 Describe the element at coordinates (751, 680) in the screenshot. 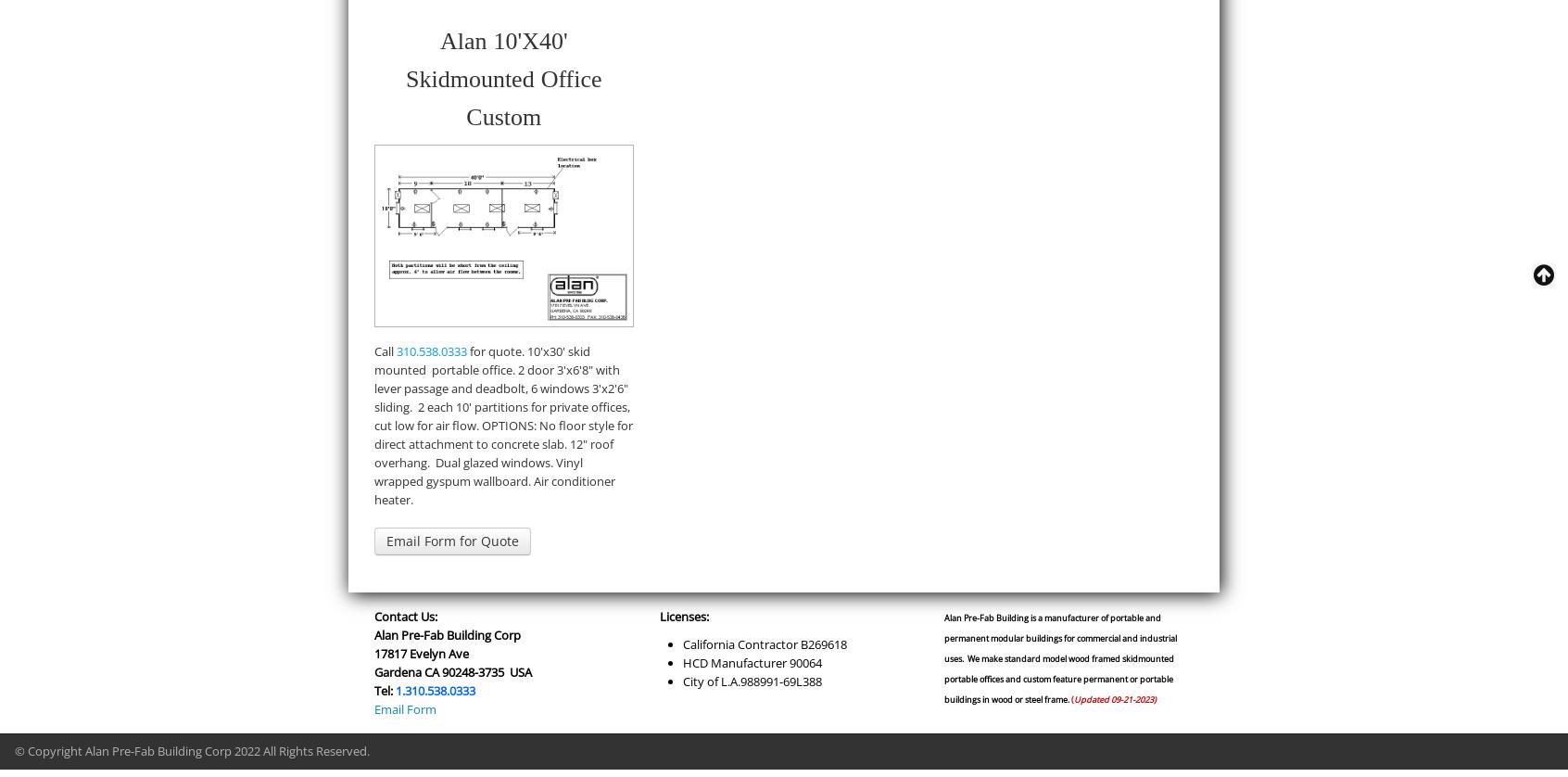

I see `'City of L.A.988991-69L388'` at that location.